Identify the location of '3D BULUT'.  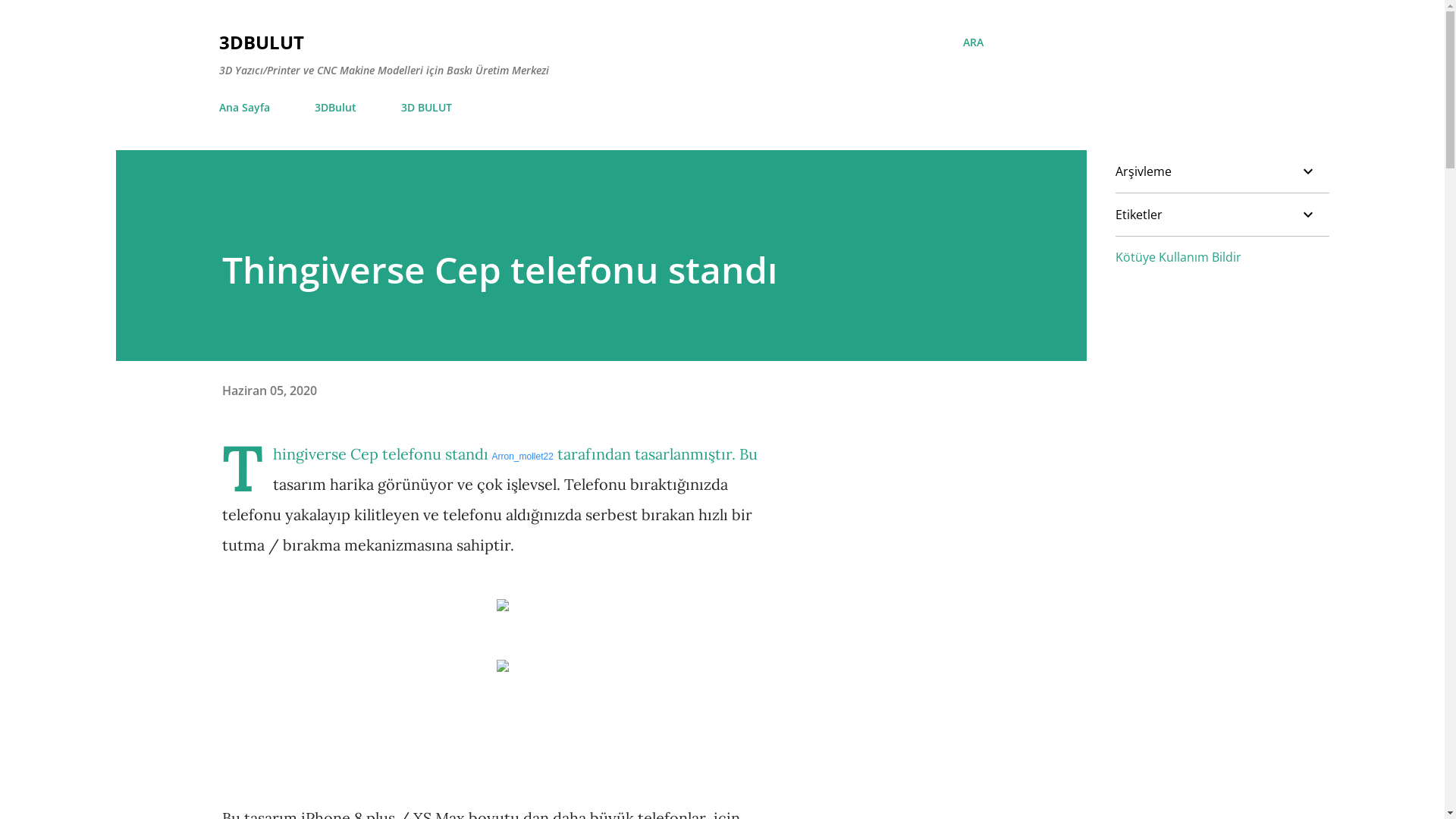
(425, 106).